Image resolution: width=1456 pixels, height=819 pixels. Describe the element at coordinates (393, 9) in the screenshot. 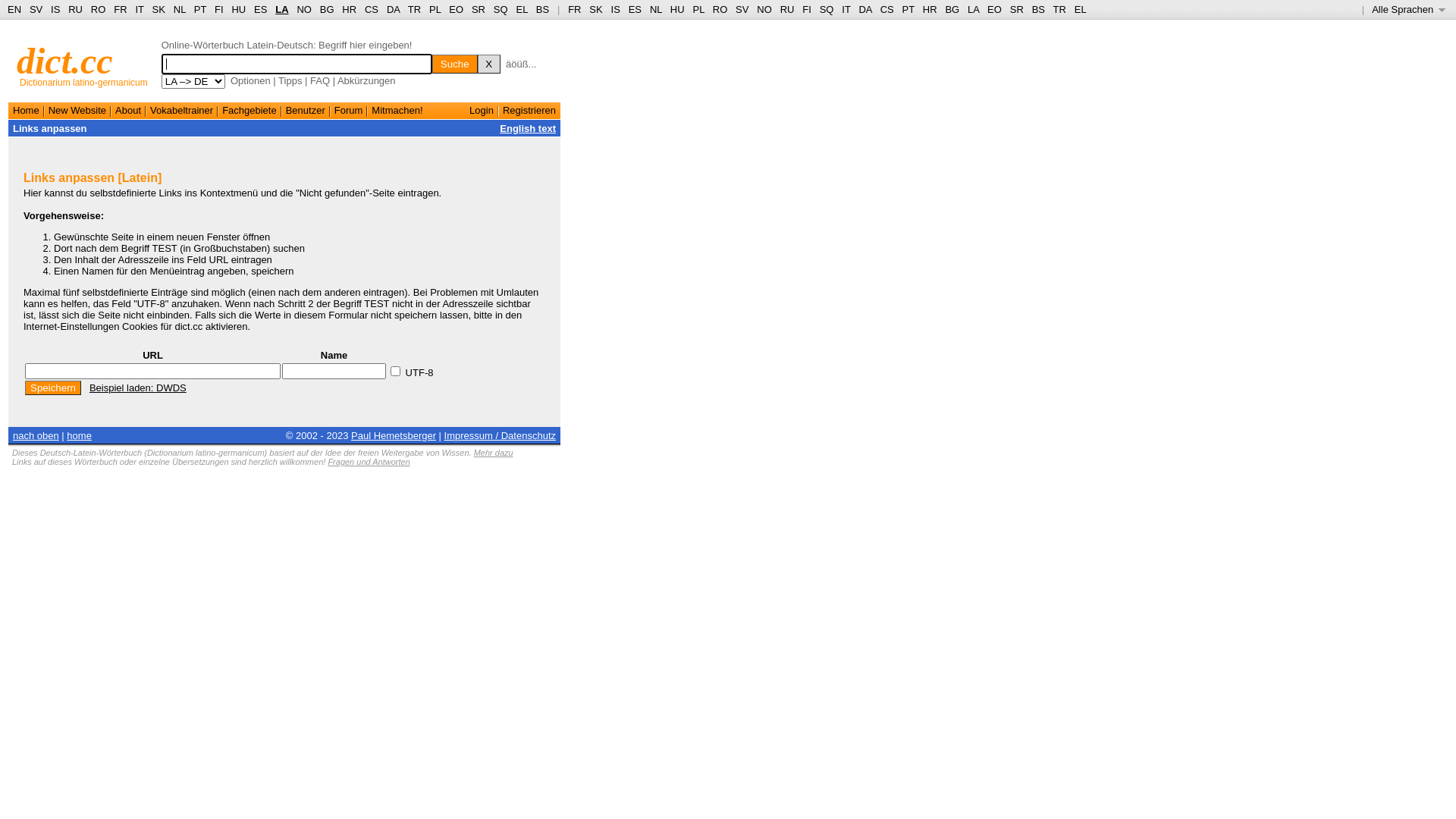

I see `'DA'` at that location.